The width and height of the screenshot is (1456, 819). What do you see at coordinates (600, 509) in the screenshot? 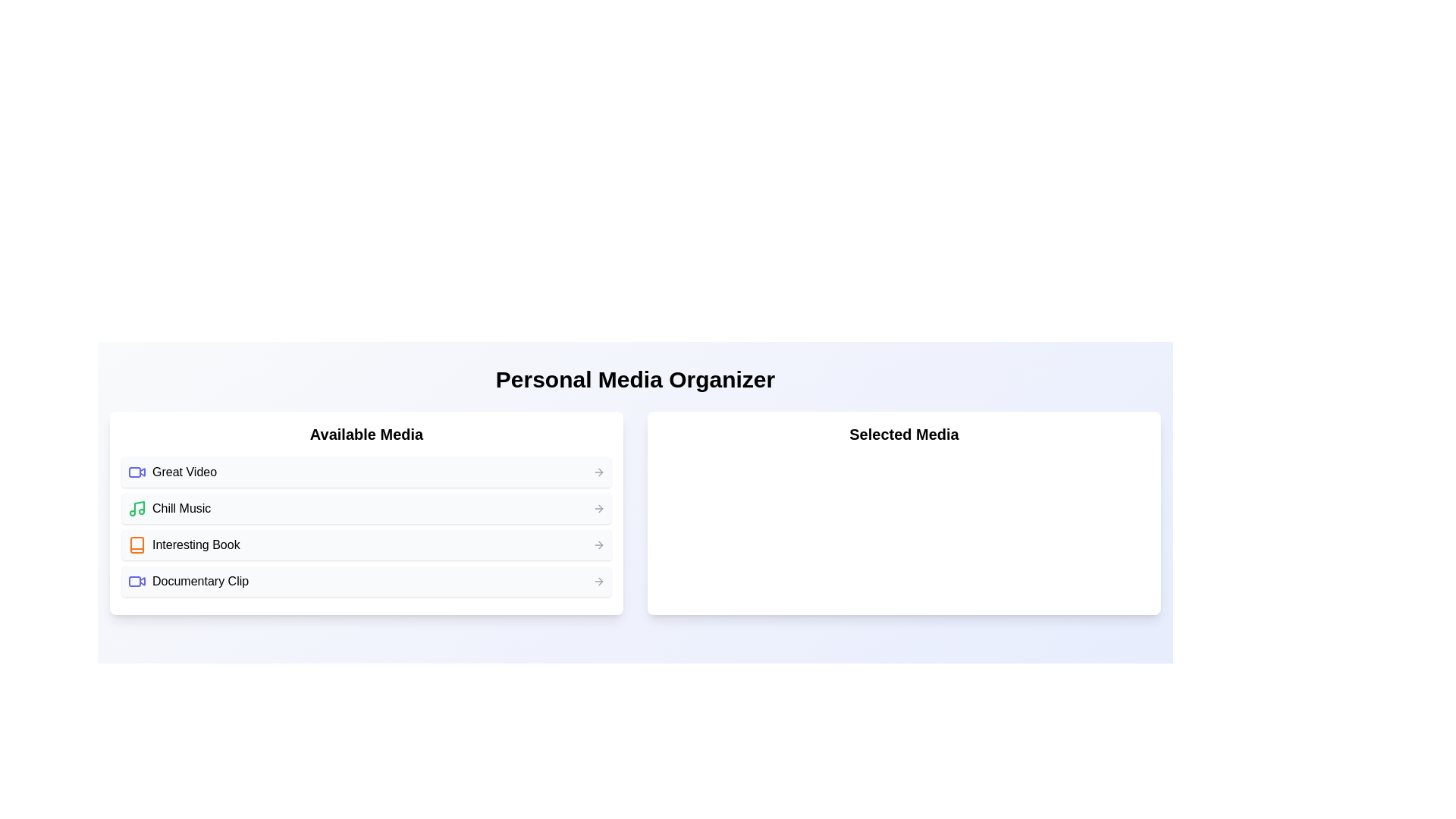
I see `the interactive icon located to the right of the 'Chill Music' text in the 'Available Media' list` at bounding box center [600, 509].